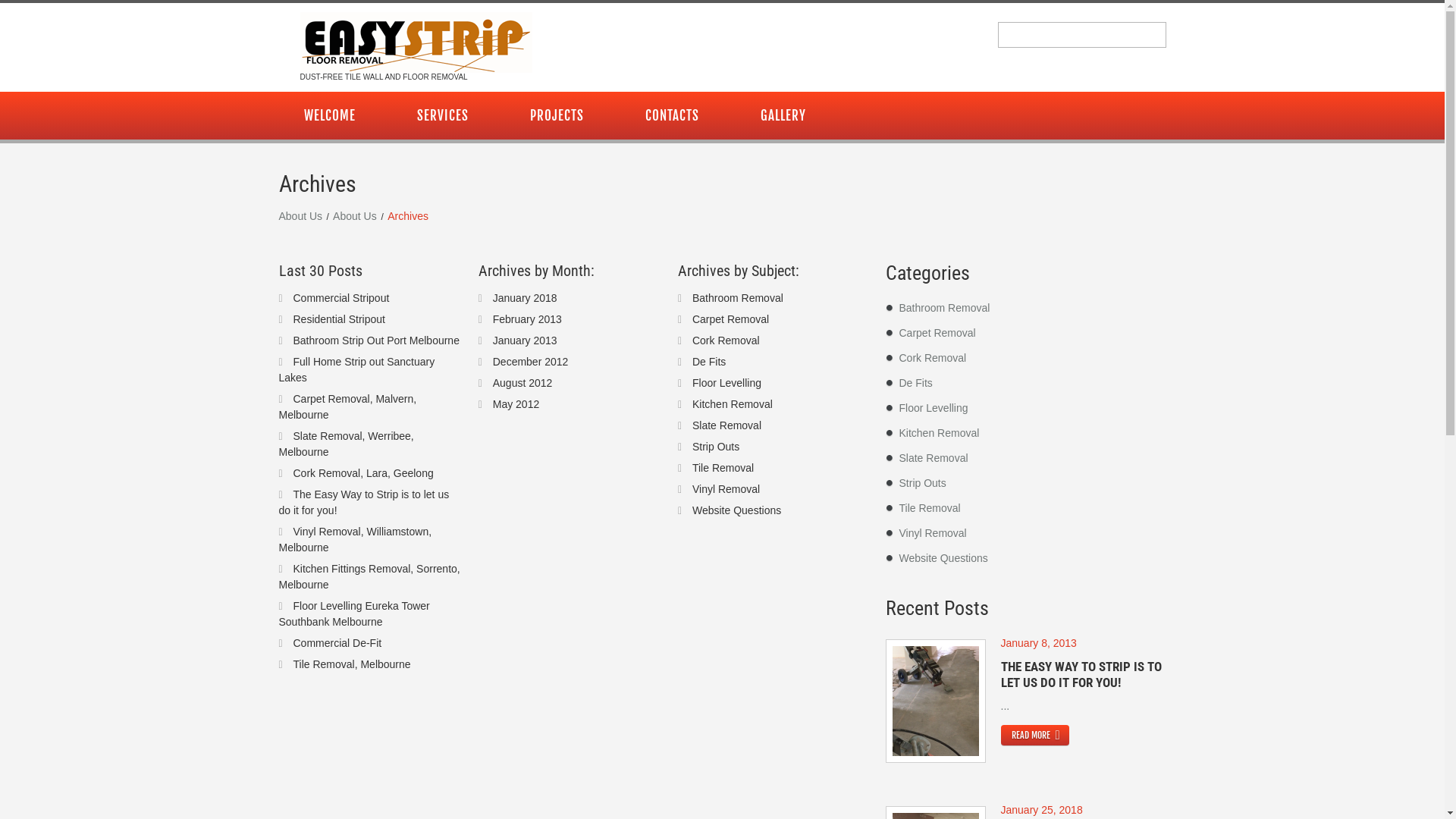 The height and width of the screenshot is (819, 1456). What do you see at coordinates (620, 115) in the screenshot?
I see `'CONTACTS'` at bounding box center [620, 115].